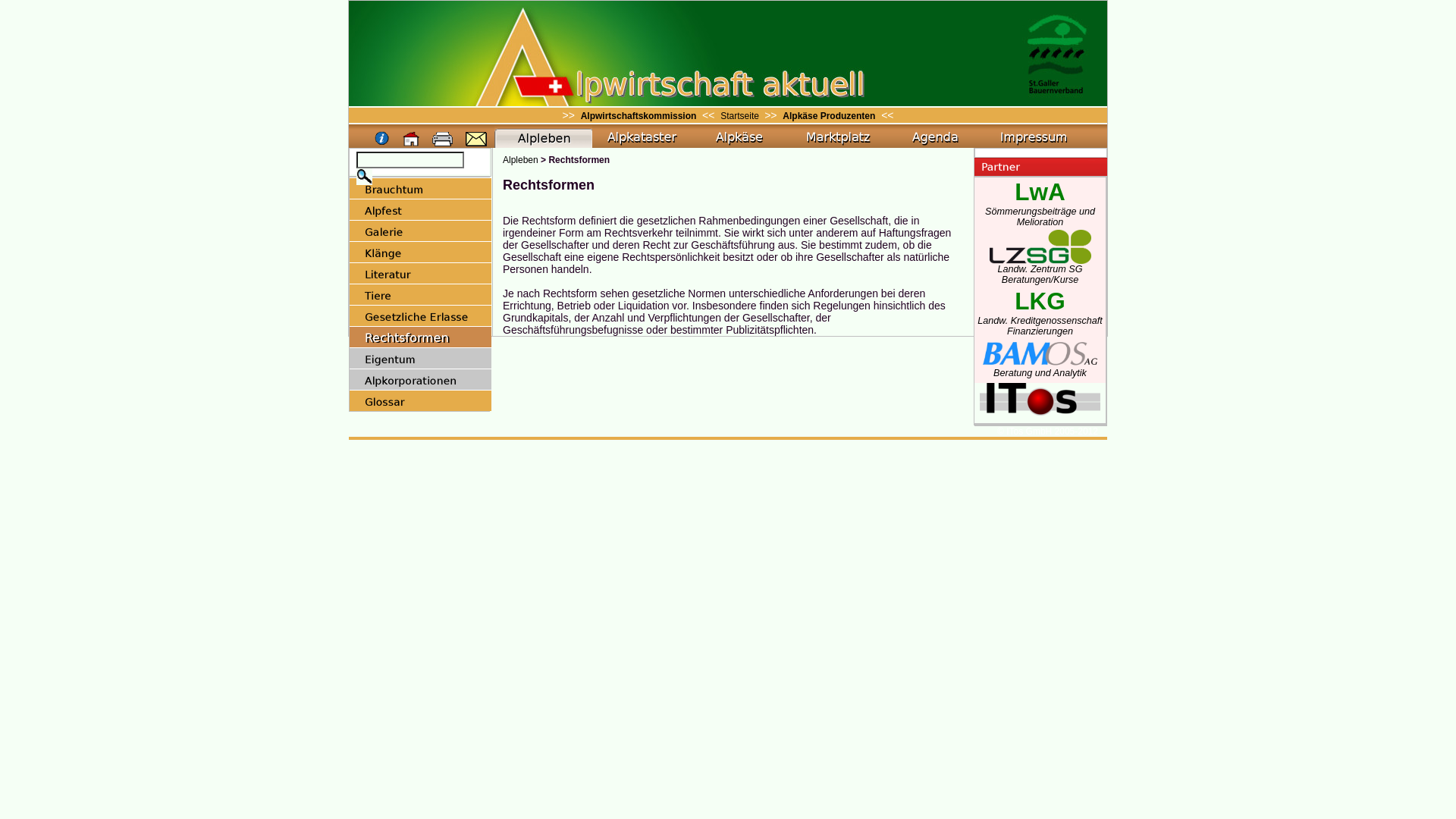  What do you see at coordinates (475, 140) in the screenshot?
I see `'Mail'` at bounding box center [475, 140].